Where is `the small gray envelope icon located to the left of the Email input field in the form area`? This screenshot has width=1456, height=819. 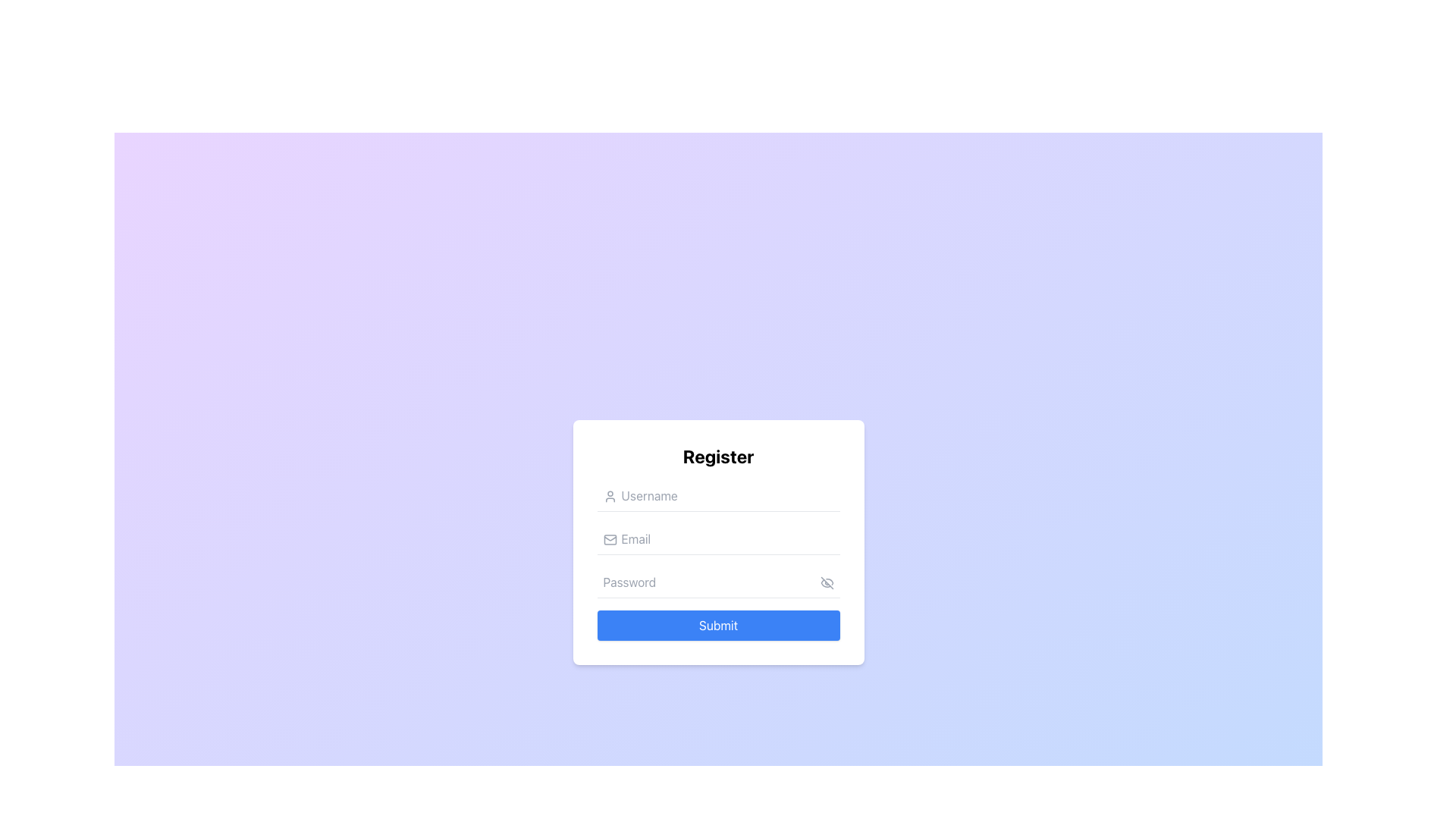 the small gray envelope icon located to the left of the Email input field in the form area is located at coordinates (610, 538).